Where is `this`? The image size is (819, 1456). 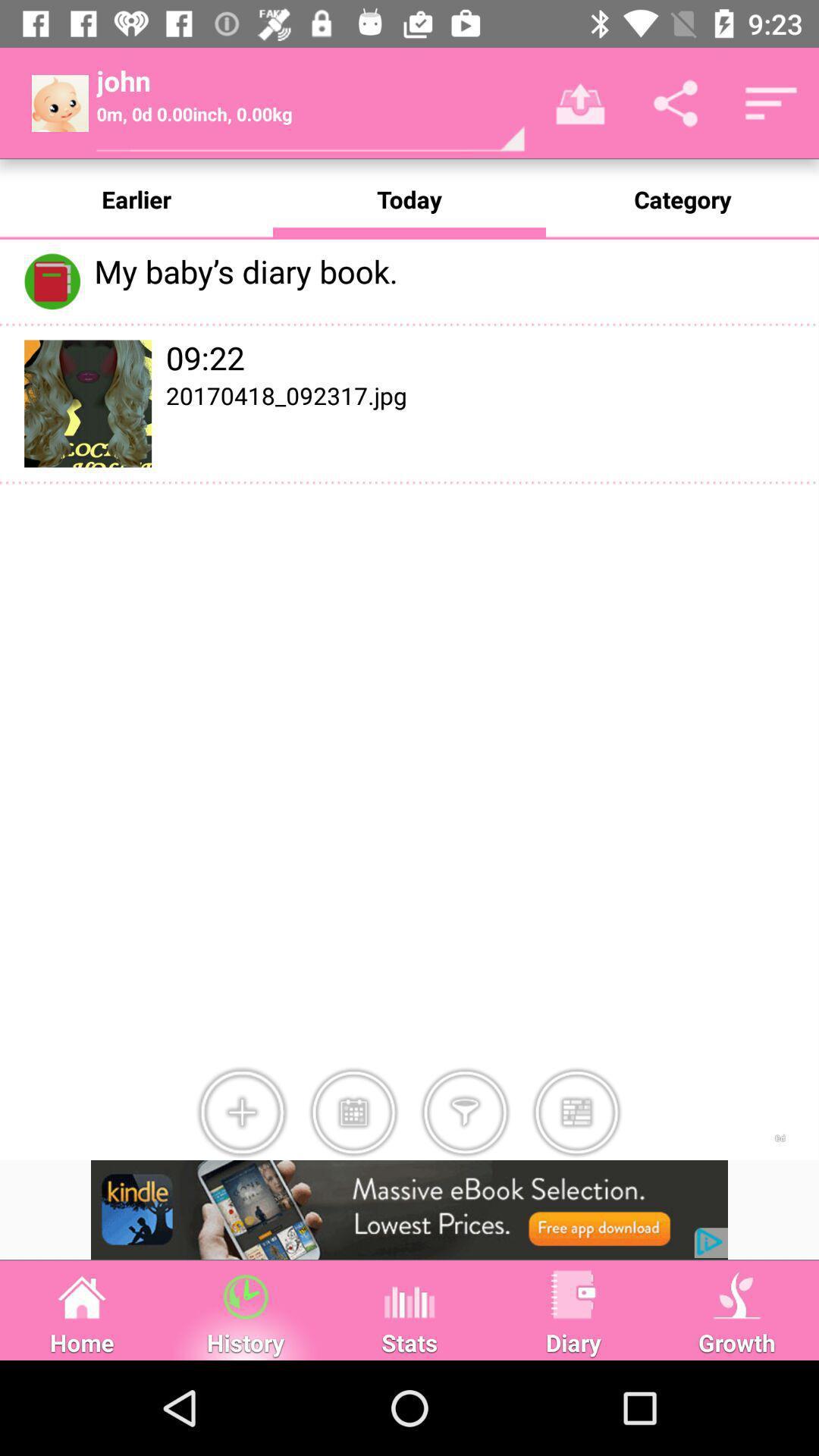
this is located at coordinates (576, 1112).